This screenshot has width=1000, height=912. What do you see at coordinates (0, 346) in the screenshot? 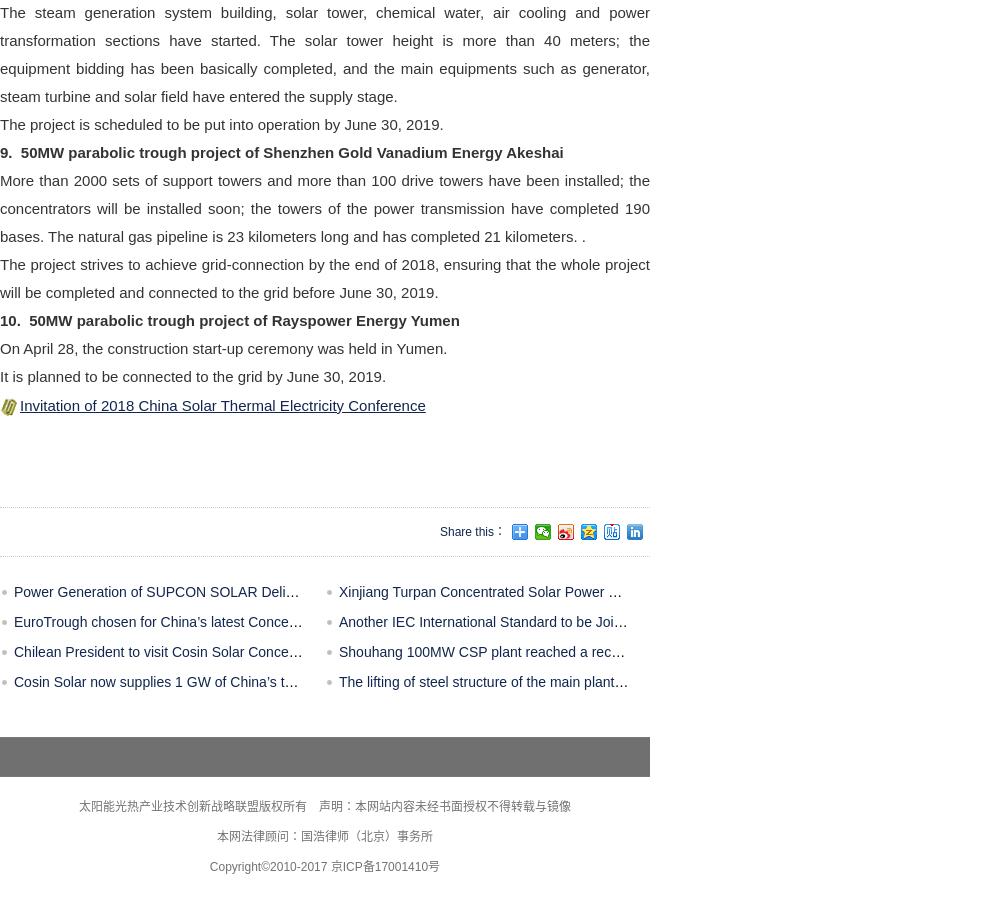
I see `'On April 28, the construction start-up ceremony was held in Yumen.'` at bounding box center [0, 346].